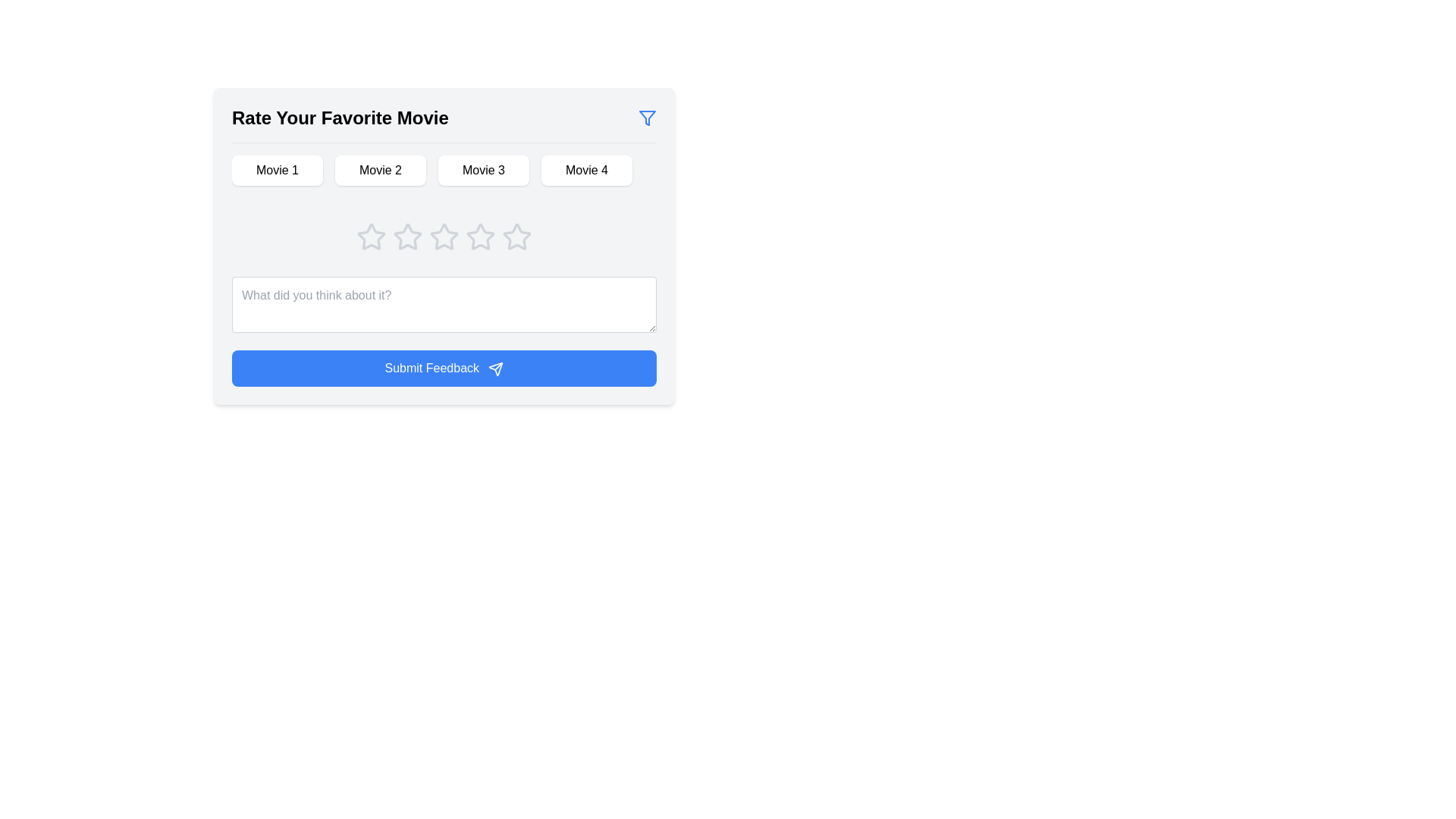 The image size is (1456, 819). I want to click on the first star icon in the horizontal row of star rating icons, so click(407, 237).